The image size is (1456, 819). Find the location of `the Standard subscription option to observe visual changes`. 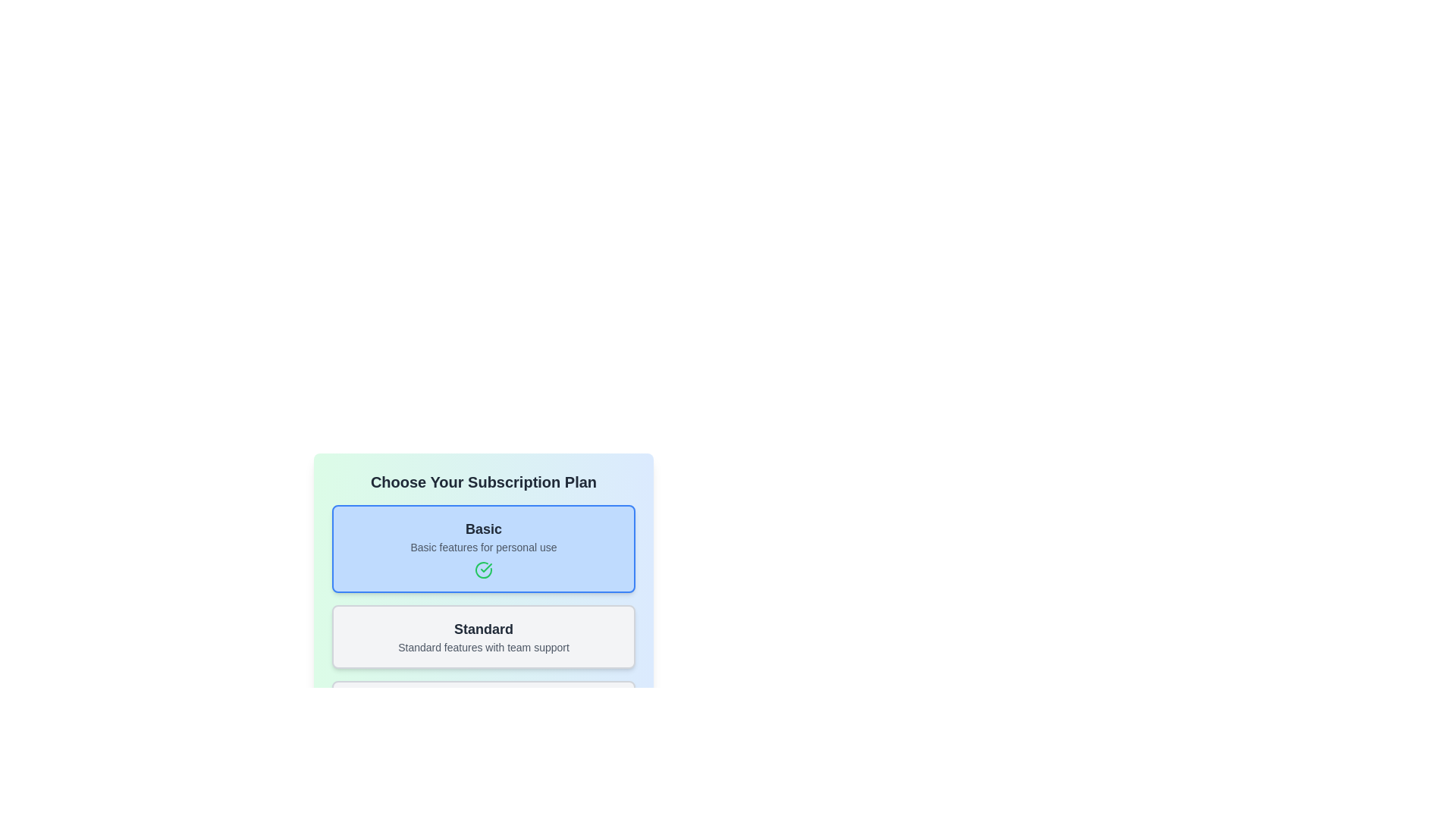

the Standard subscription option to observe visual changes is located at coordinates (483, 637).